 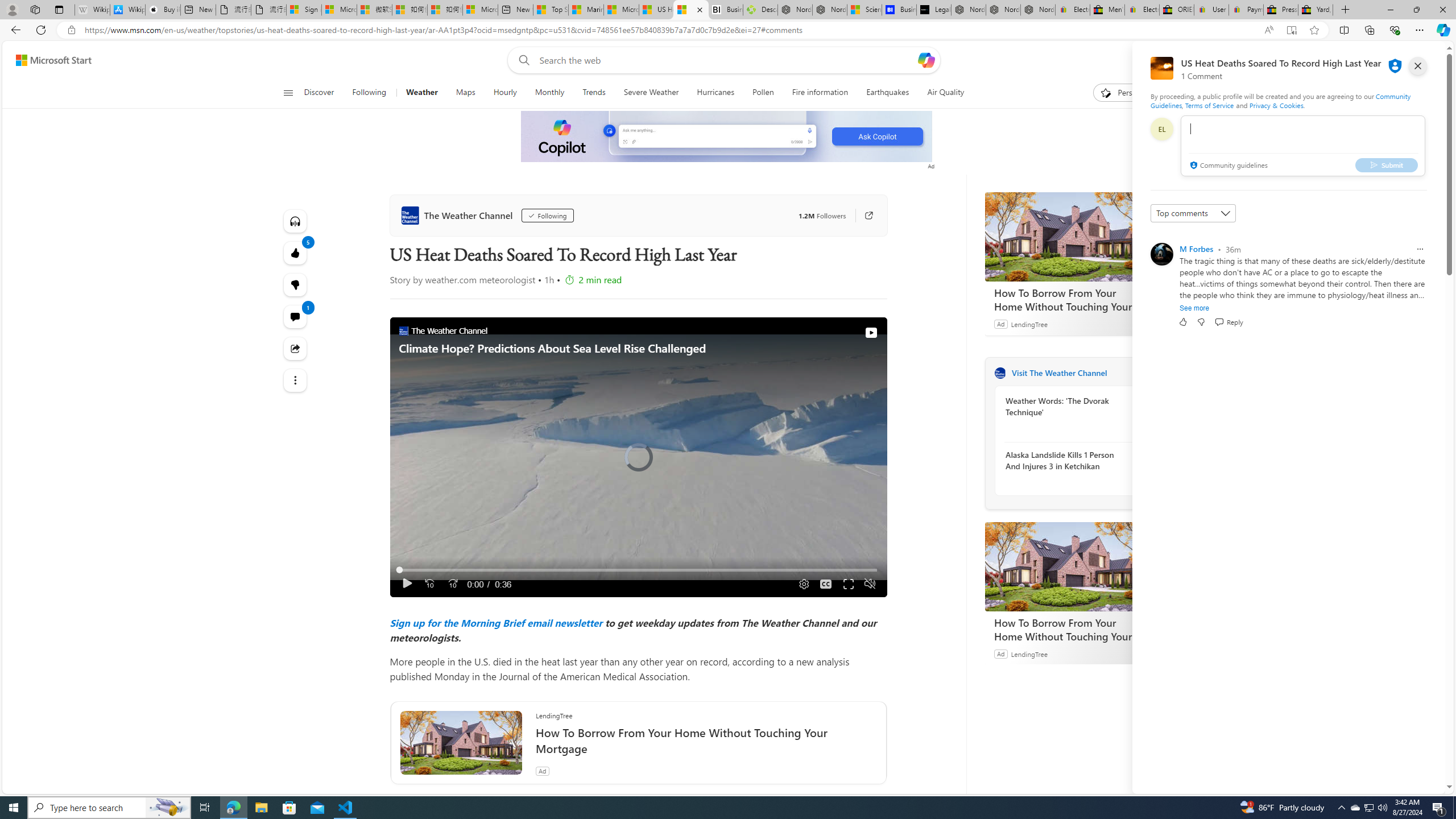 I want to click on 'Terms of Service', so click(x=1210, y=105).